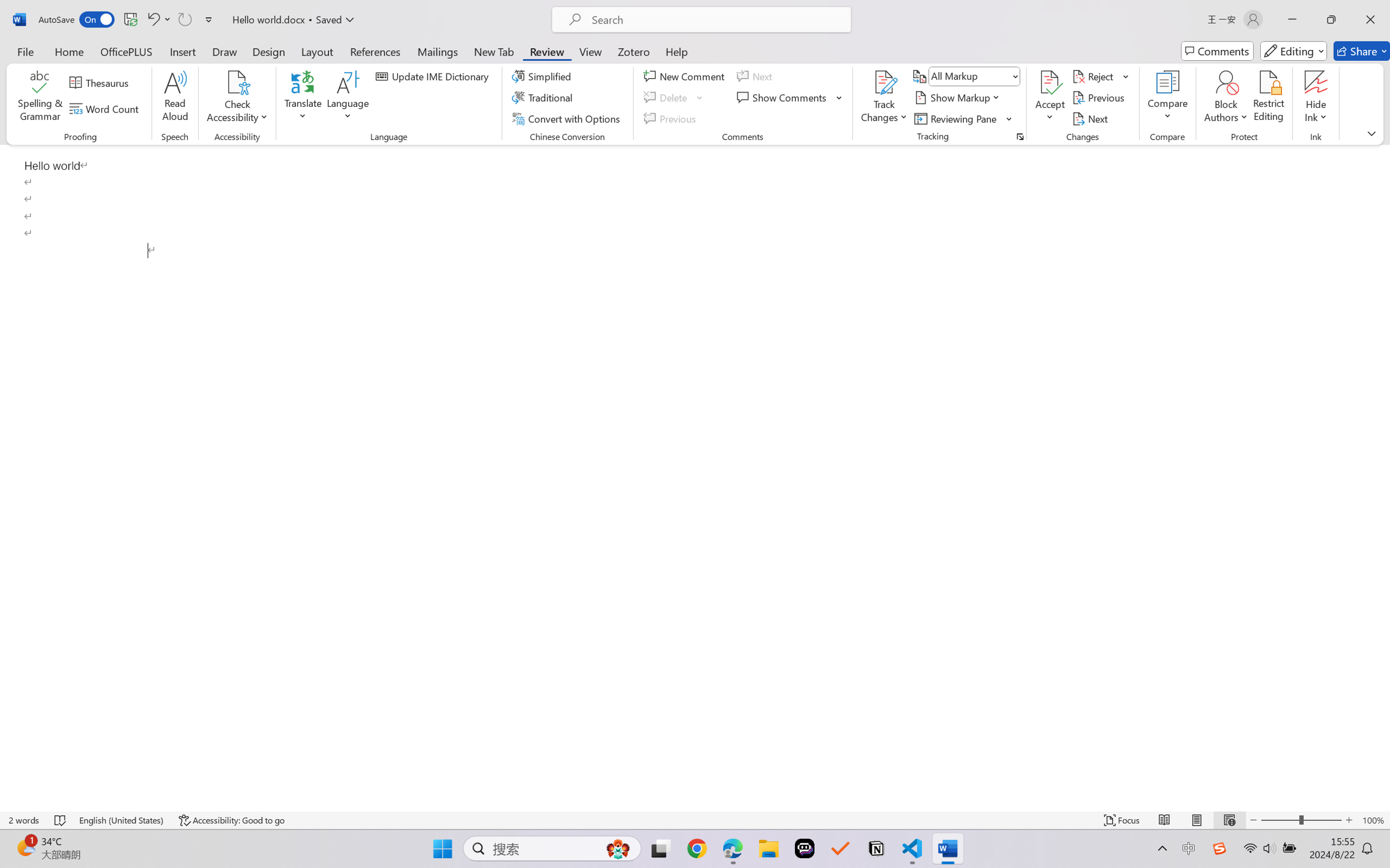 The image size is (1390, 868). What do you see at coordinates (1217, 51) in the screenshot?
I see `'Comments'` at bounding box center [1217, 51].